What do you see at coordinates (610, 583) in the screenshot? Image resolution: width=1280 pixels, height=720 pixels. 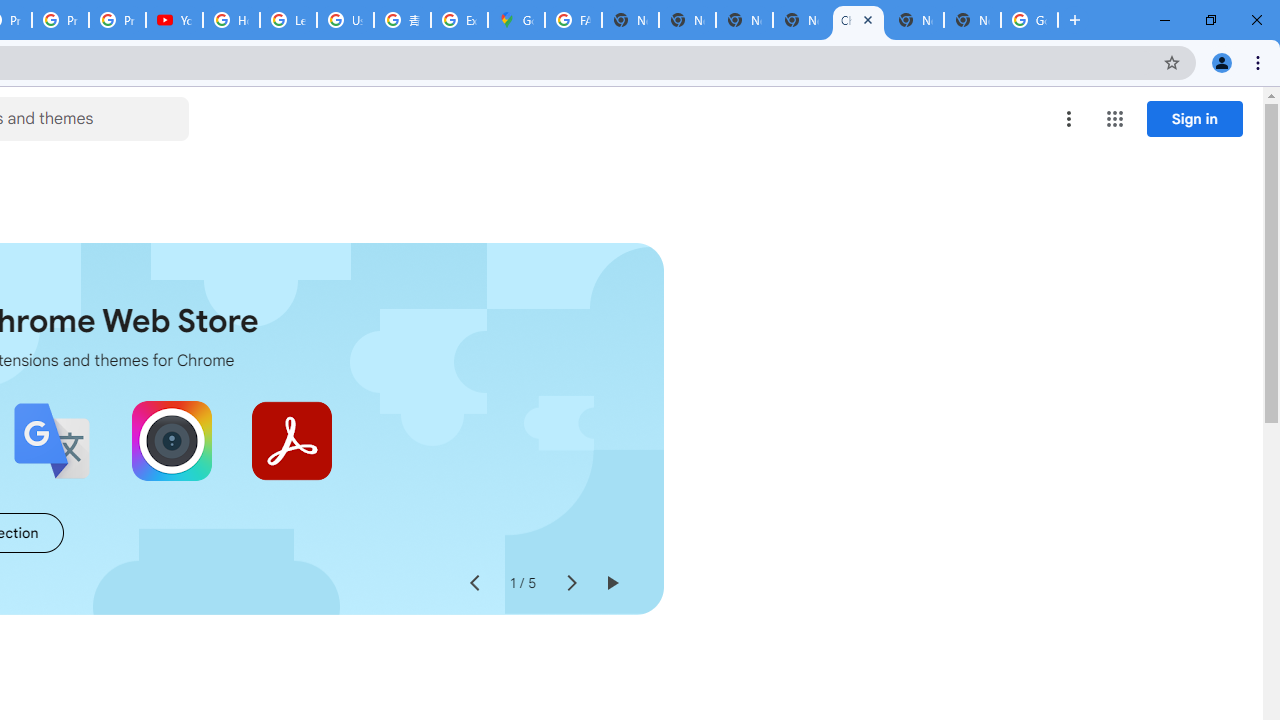 I see `'Resume auto-play'` at bounding box center [610, 583].